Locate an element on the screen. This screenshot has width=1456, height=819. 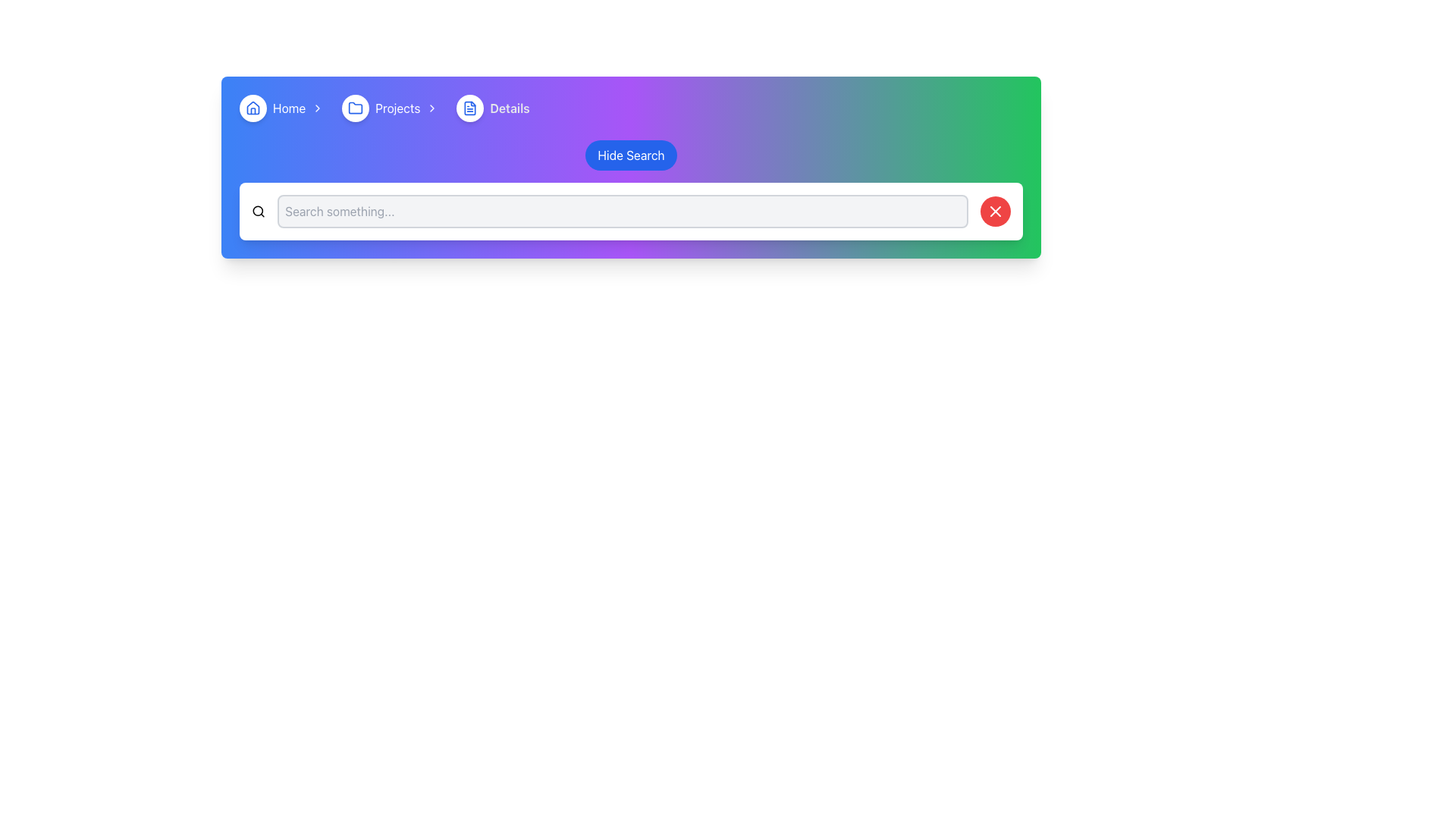
the 'X' icon button enclosed within a circular red background located at the right side of the search bar is located at coordinates (996, 211).